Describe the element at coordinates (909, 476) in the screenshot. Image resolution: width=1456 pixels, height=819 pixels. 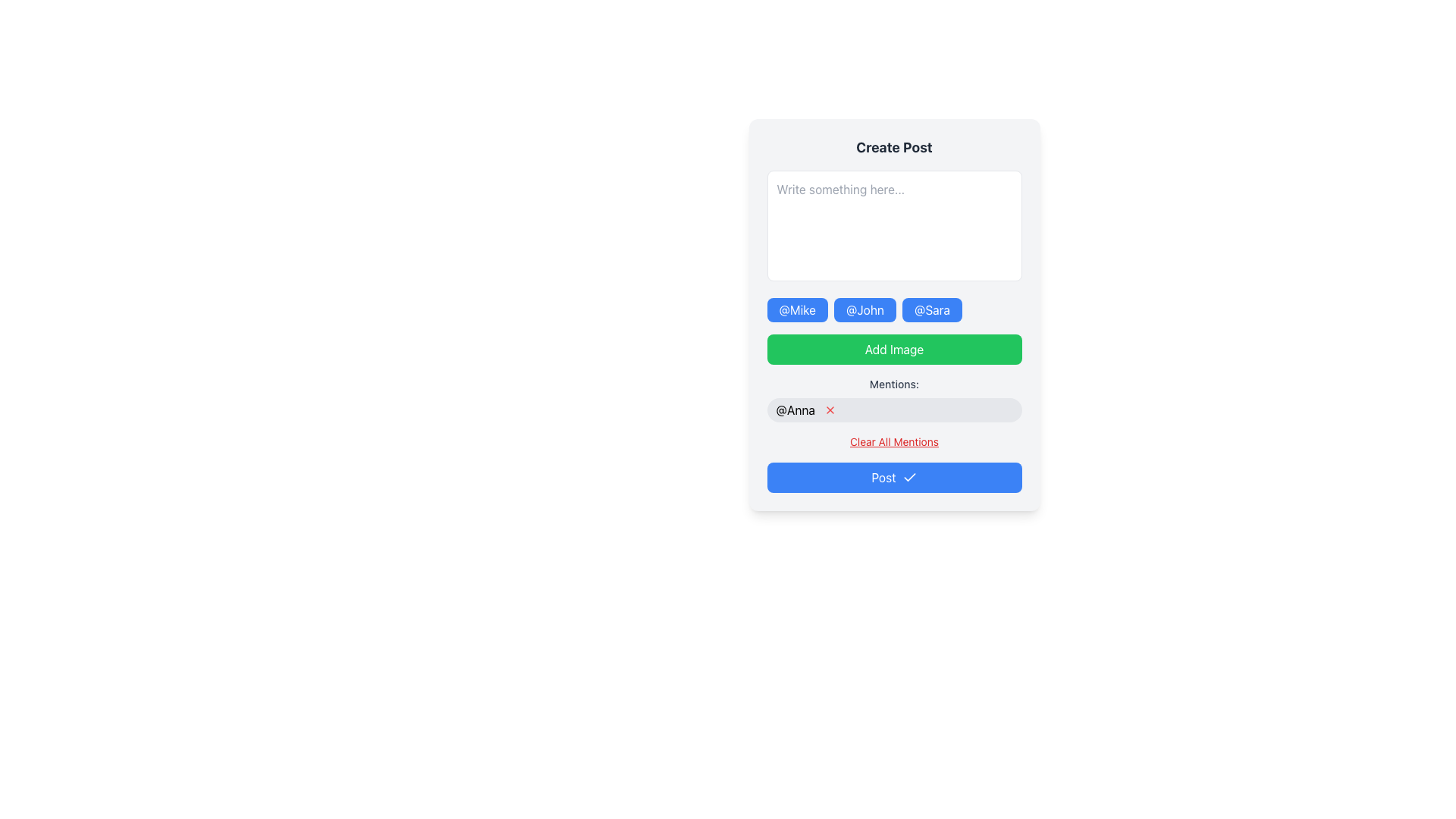
I see `the checkmark icon located inside the 'Post' button at the bottom of the form, which indicates confirmation of a successful post submission` at that location.